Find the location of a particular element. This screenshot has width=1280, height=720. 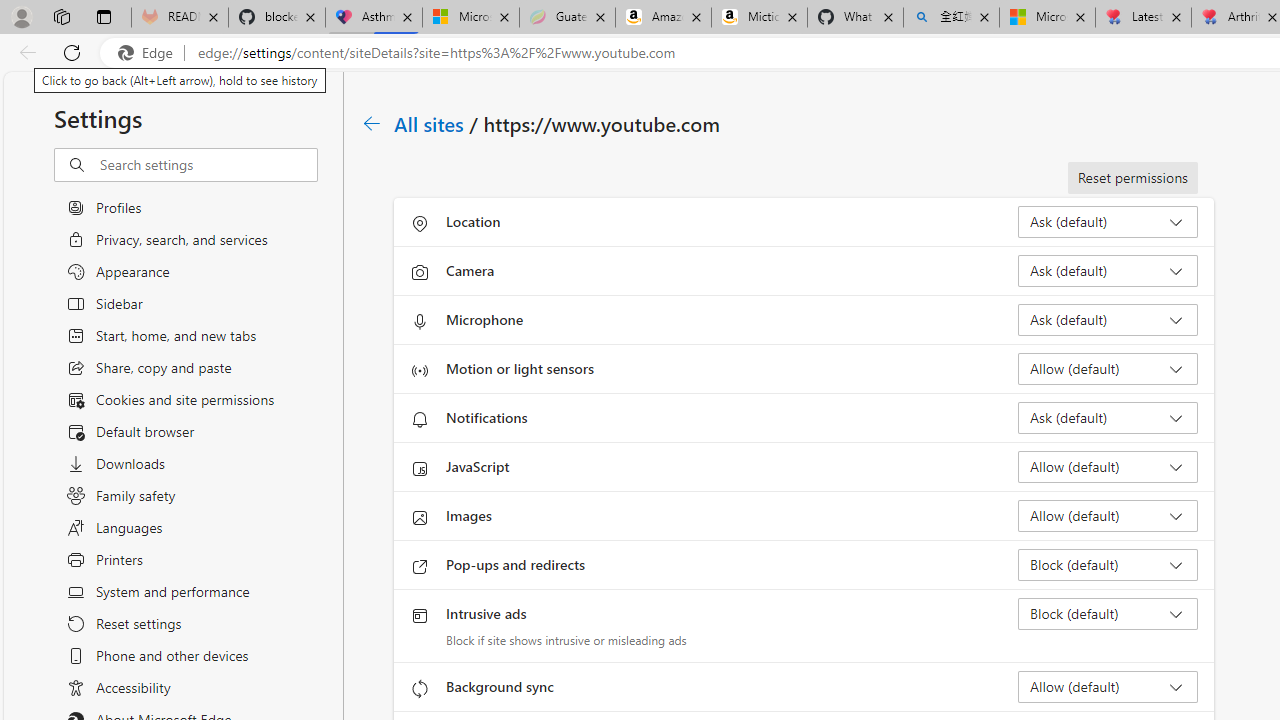

'Location Ask (default)' is located at coordinates (1106, 222).